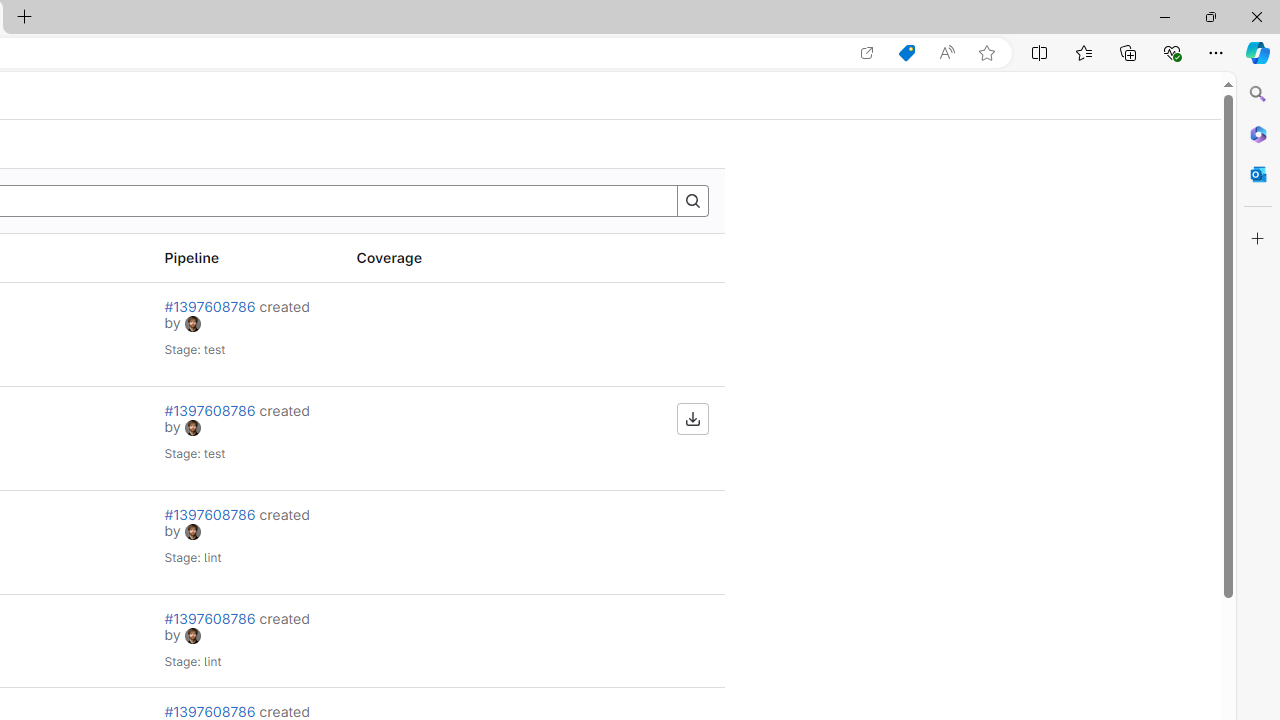 Image resolution: width=1280 pixels, height=720 pixels. What do you see at coordinates (243, 257) in the screenshot?
I see `'Pipeline'` at bounding box center [243, 257].